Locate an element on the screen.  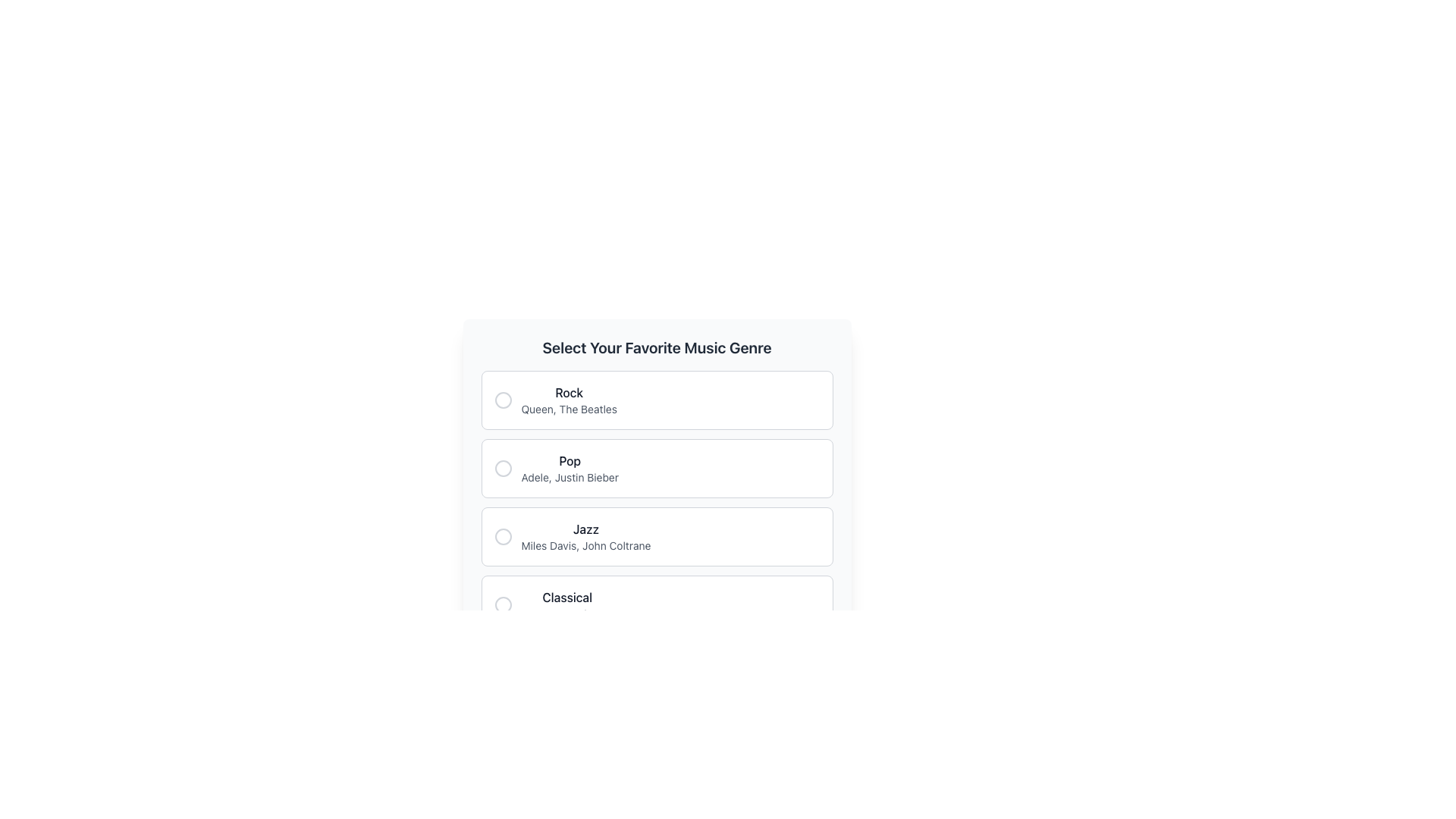
the radio button is located at coordinates (503, 400).